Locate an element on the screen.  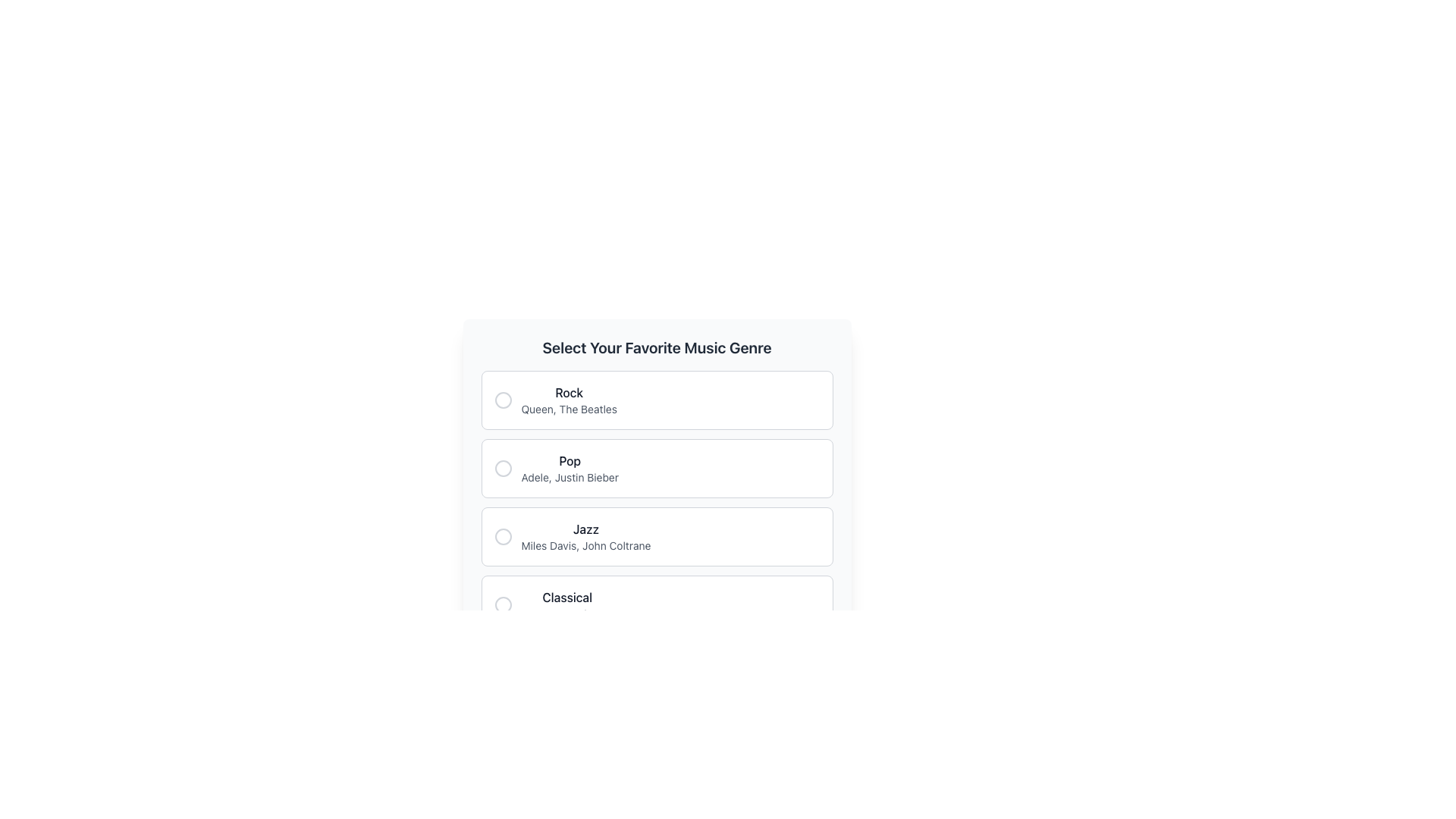
the radio button is located at coordinates (503, 400).